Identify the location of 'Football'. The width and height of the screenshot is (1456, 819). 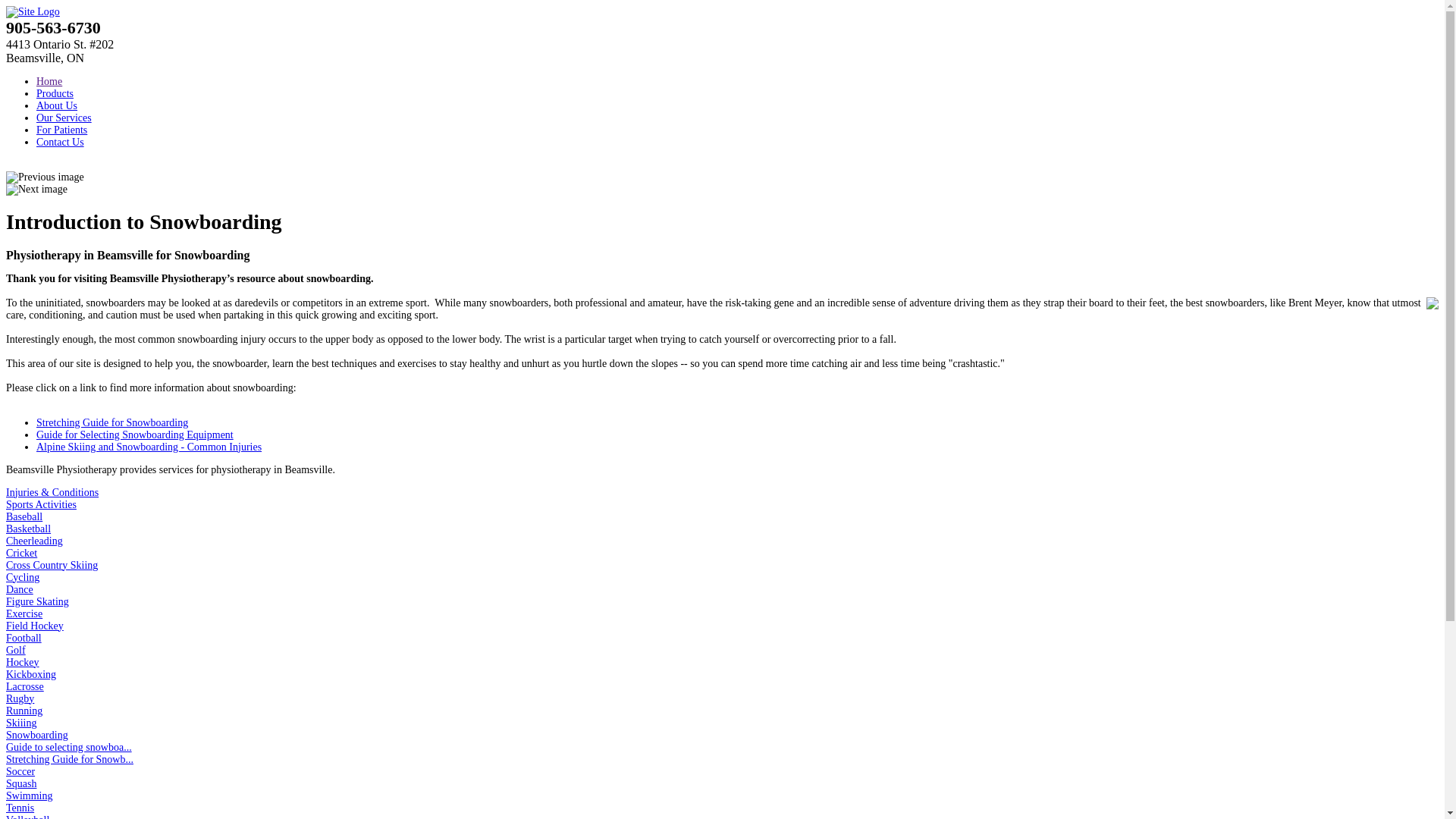
(24, 638).